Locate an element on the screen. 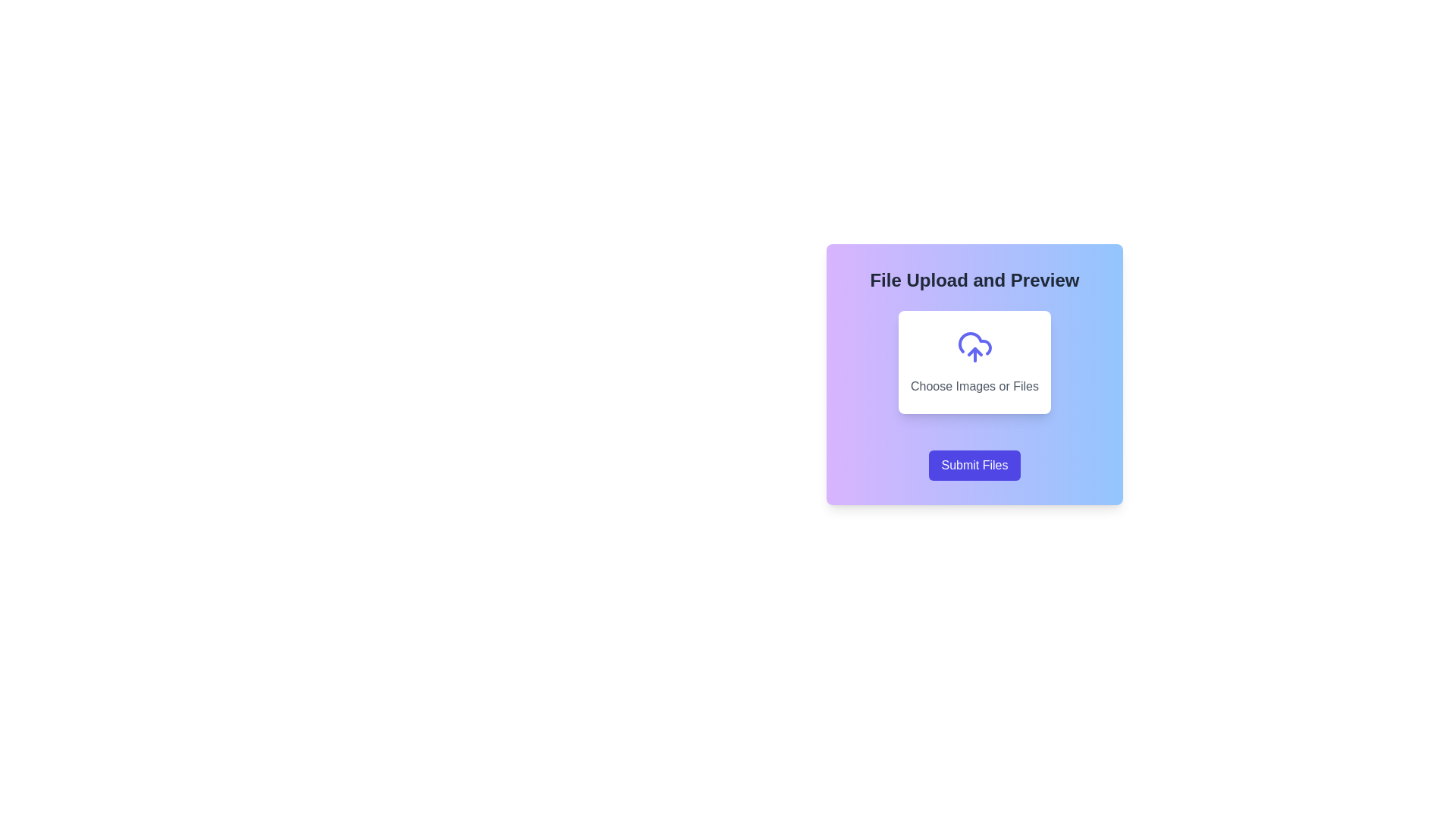 The height and width of the screenshot is (819, 1456). the 'File Upload and Preview' panel, which features a gradient background from purple to blue and includes a centered white card with 'Choose Images or Files' and a 'Submit Files' button at the bottom is located at coordinates (974, 374).